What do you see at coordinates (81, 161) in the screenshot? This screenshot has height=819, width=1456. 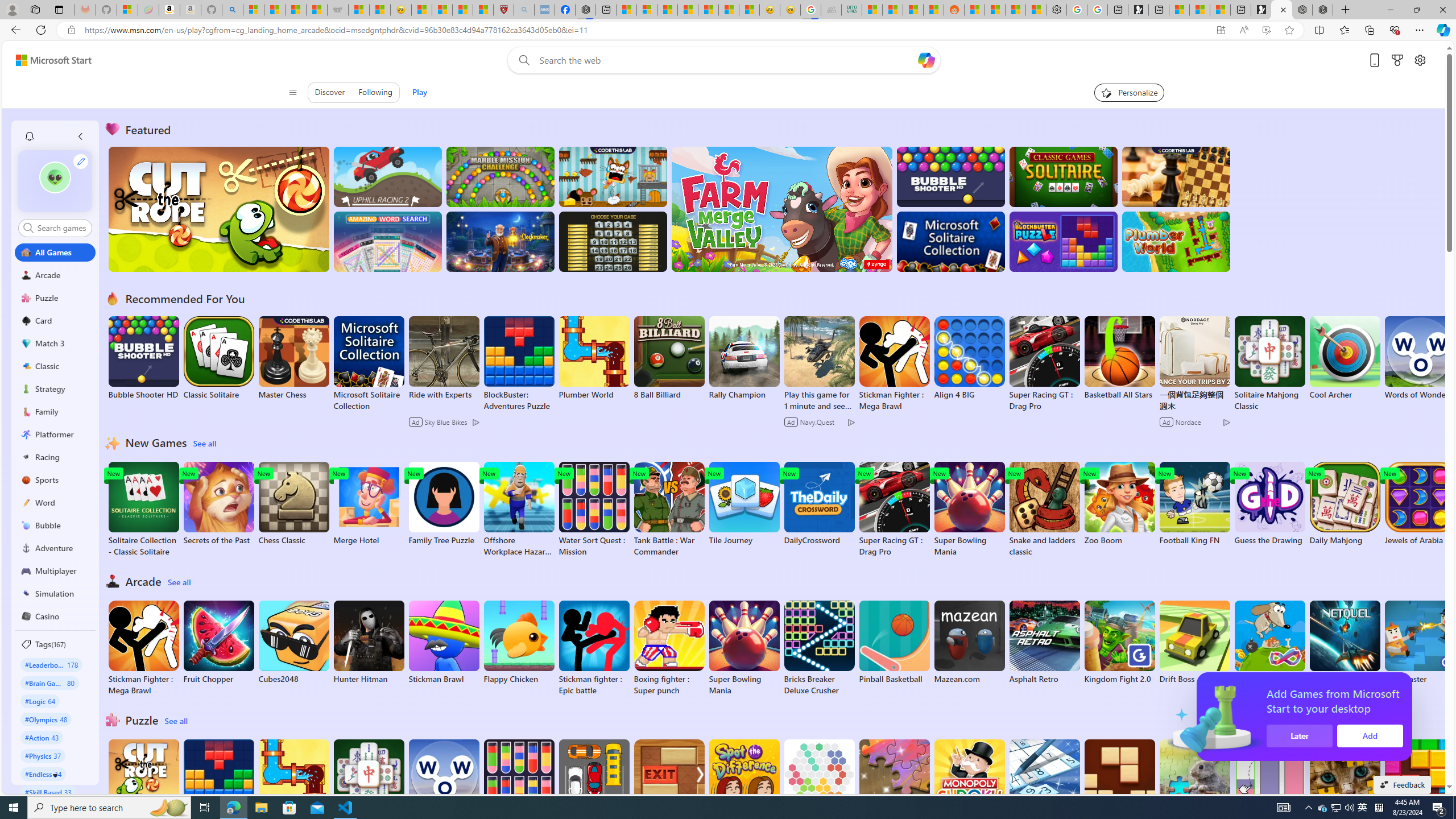 I see `'Class: profile-edit'` at bounding box center [81, 161].